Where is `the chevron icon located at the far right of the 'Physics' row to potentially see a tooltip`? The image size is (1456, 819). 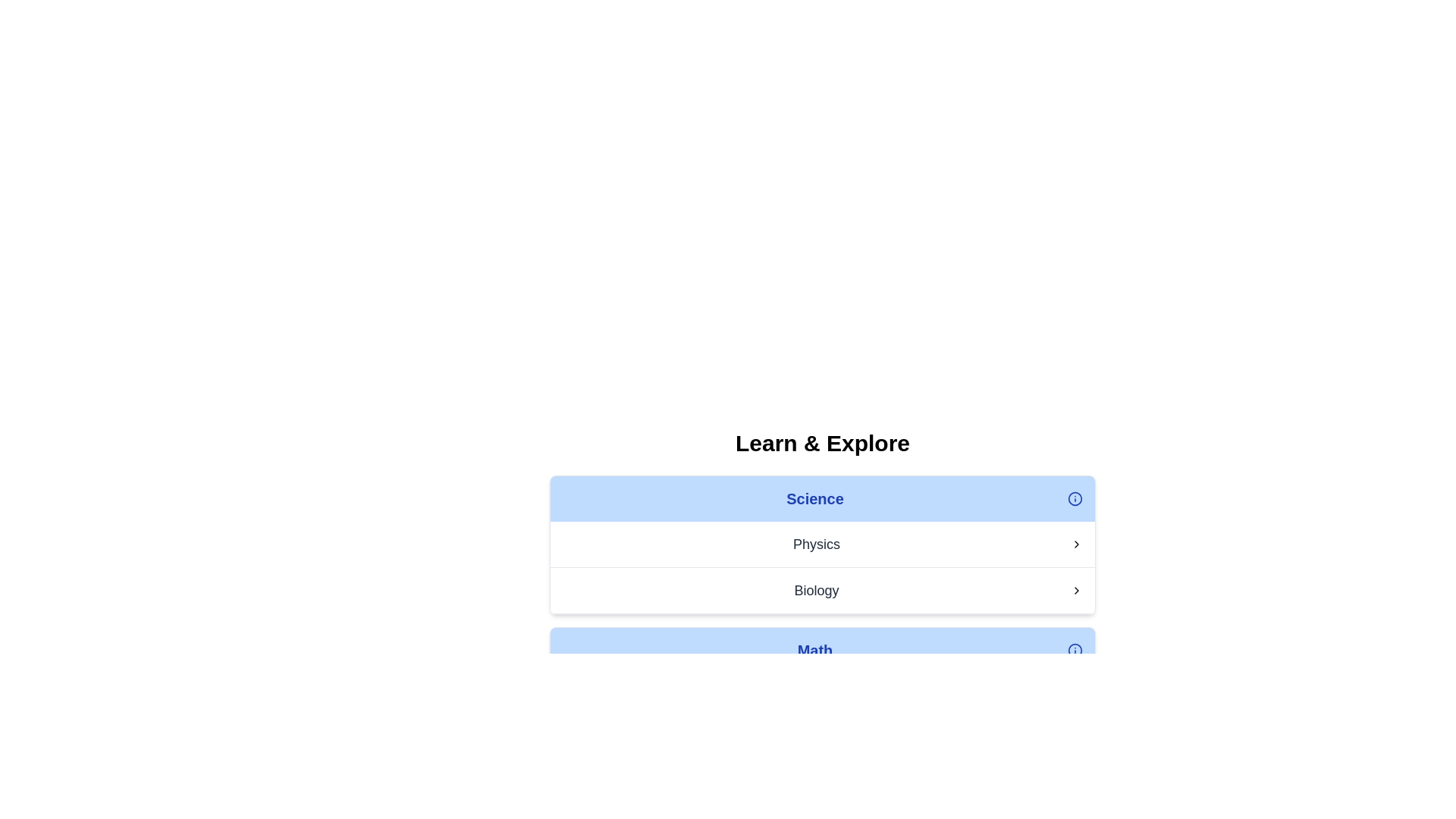 the chevron icon located at the far right of the 'Physics' row to potentially see a tooltip is located at coordinates (1076, 543).